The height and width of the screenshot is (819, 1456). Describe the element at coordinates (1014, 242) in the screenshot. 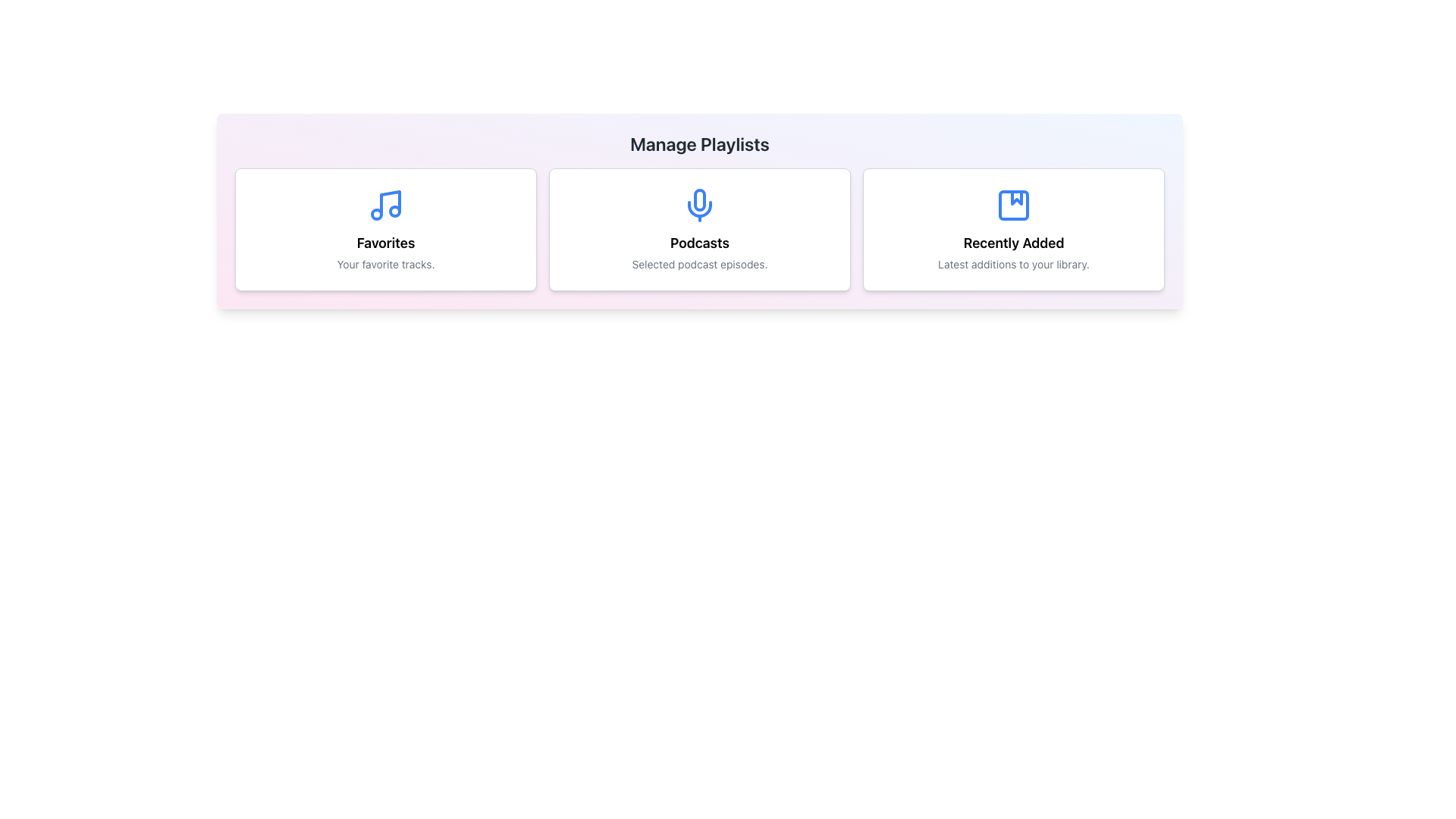

I see `the 'Recently Added' static text, which is styled in bold and larger font, located centrally within the last card of a three-card layout` at that location.